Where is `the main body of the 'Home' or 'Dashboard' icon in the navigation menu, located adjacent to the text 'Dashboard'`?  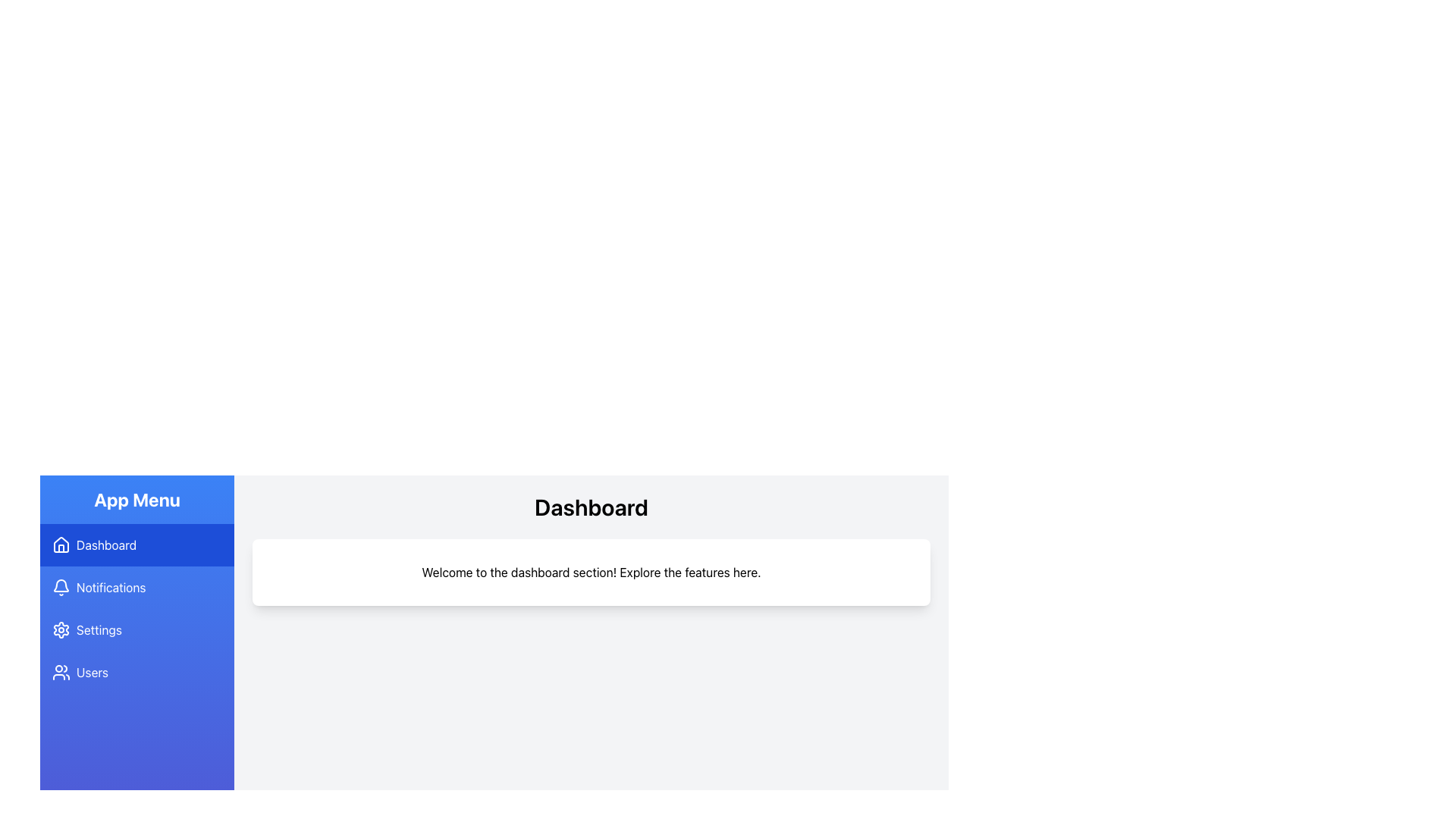
the main body of the 'Home' or 'Dashboard' icon in the navigation menu, located adjacent to the text 'Dashboard' is located at coordinates (61, 543).